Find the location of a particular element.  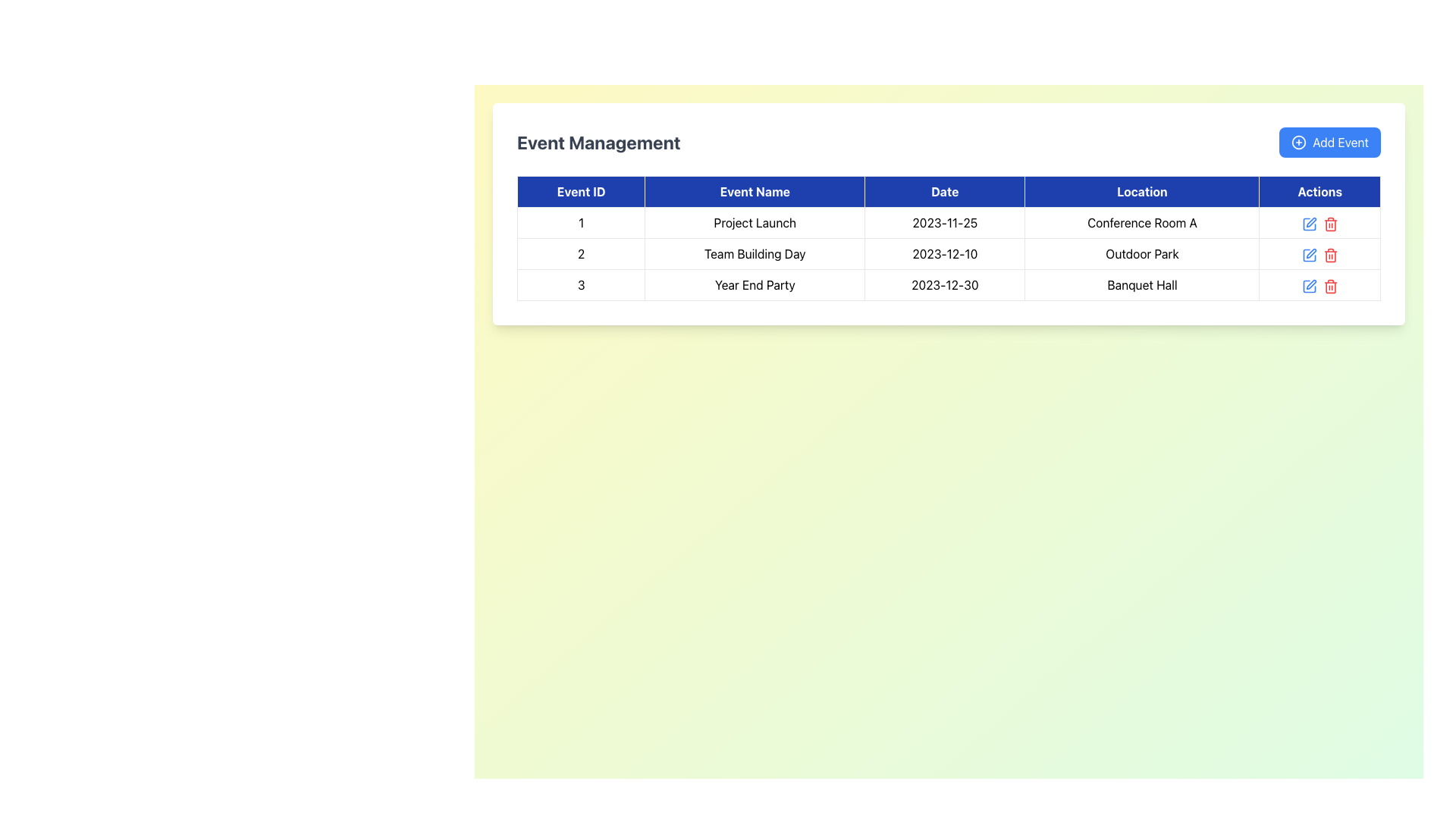

the icon button in the 'Actions' column of the second row labeled 'Team Building Day' is located at coordinates (1308, 254).